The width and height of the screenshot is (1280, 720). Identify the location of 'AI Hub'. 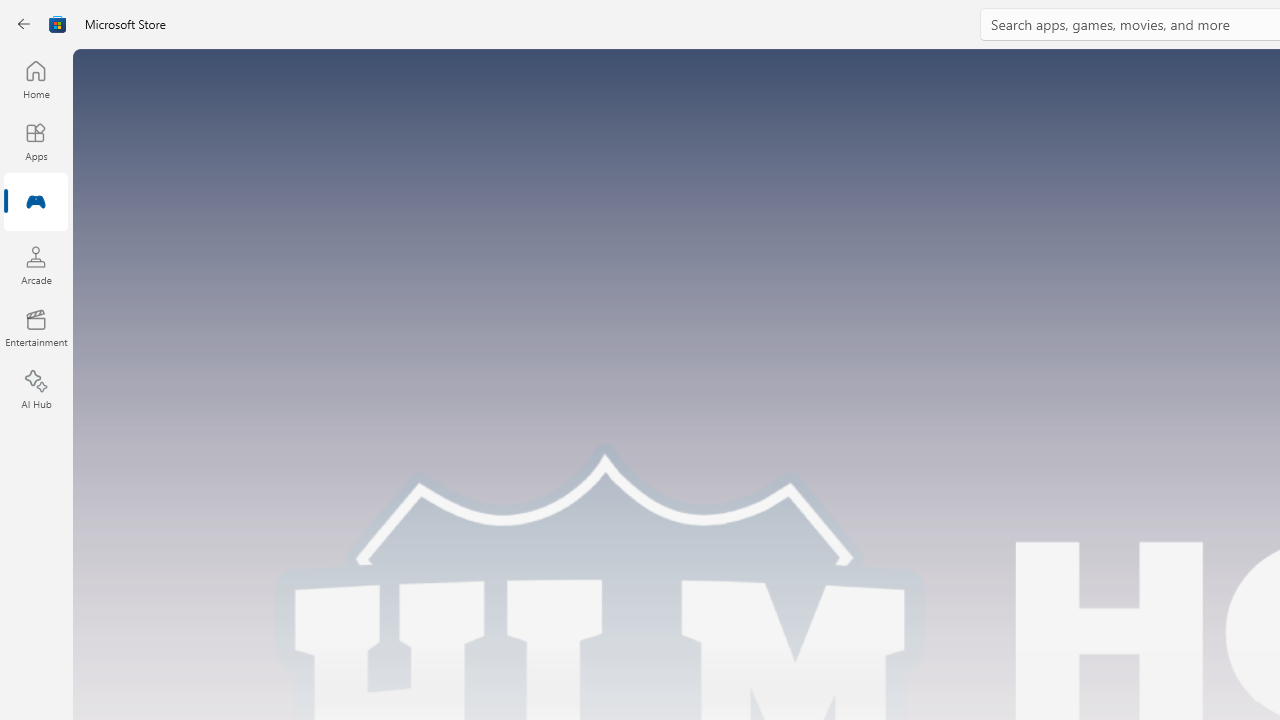
(35, 390).